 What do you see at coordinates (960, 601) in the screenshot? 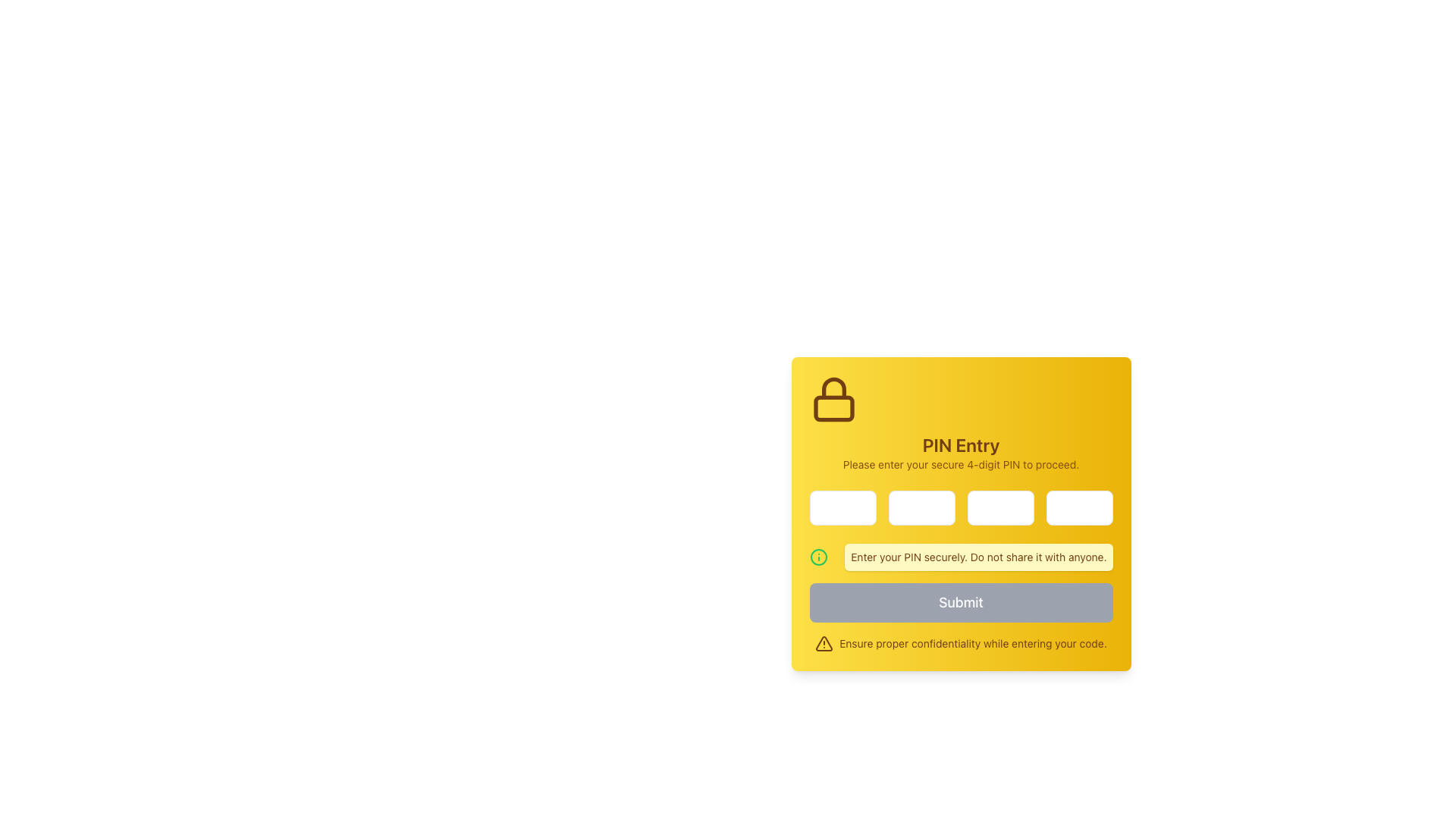
I see `the 'Submit' button, which has a gray rectangular background with rounded corners and white text, located at the bottom of the PIN entry interface` at bounding box center [960, 601].